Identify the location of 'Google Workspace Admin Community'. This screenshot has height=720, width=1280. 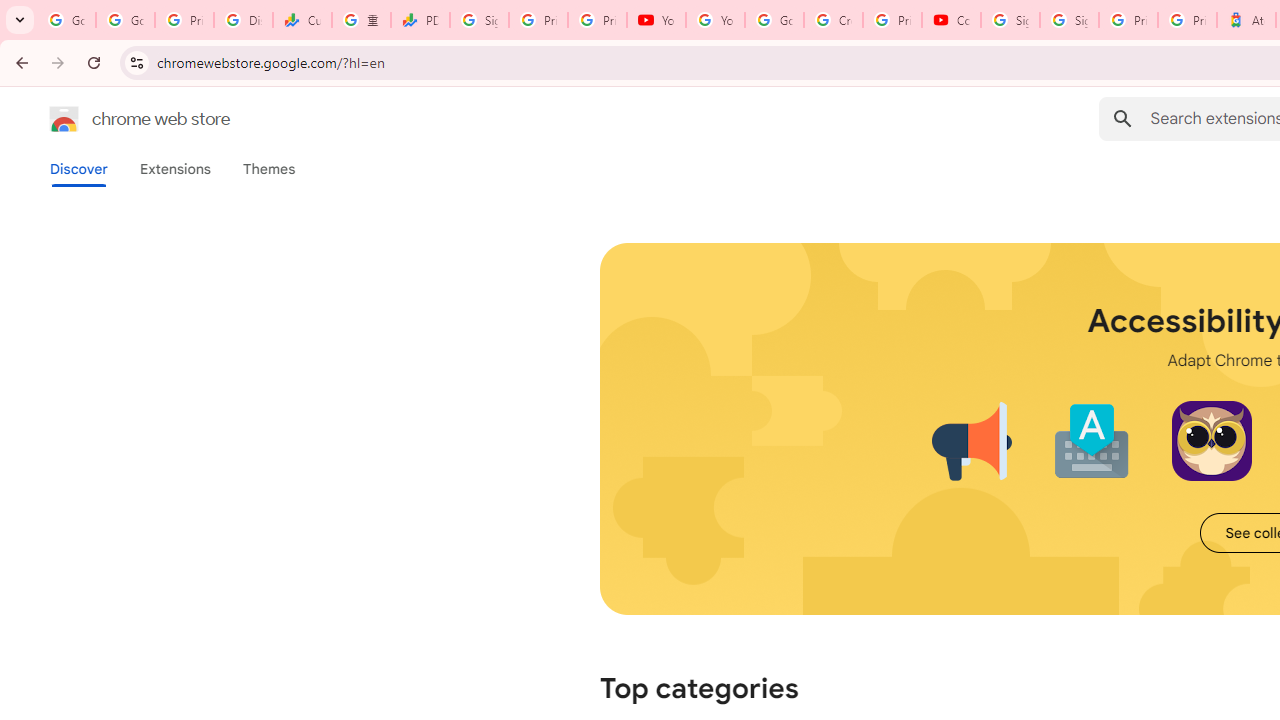
(66, 20).